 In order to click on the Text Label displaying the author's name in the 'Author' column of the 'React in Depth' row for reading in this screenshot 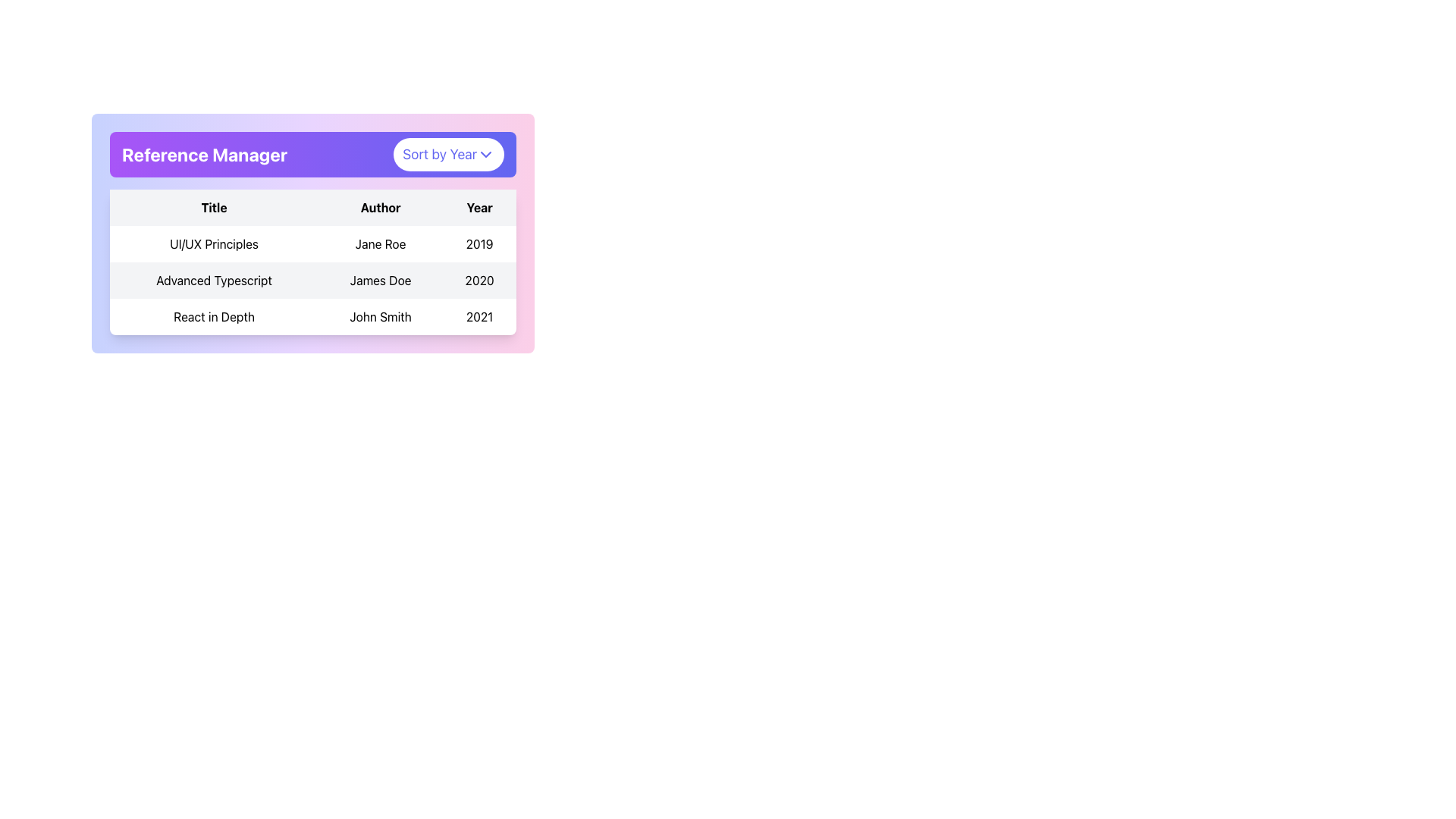, I will do `click(381, 315)`.